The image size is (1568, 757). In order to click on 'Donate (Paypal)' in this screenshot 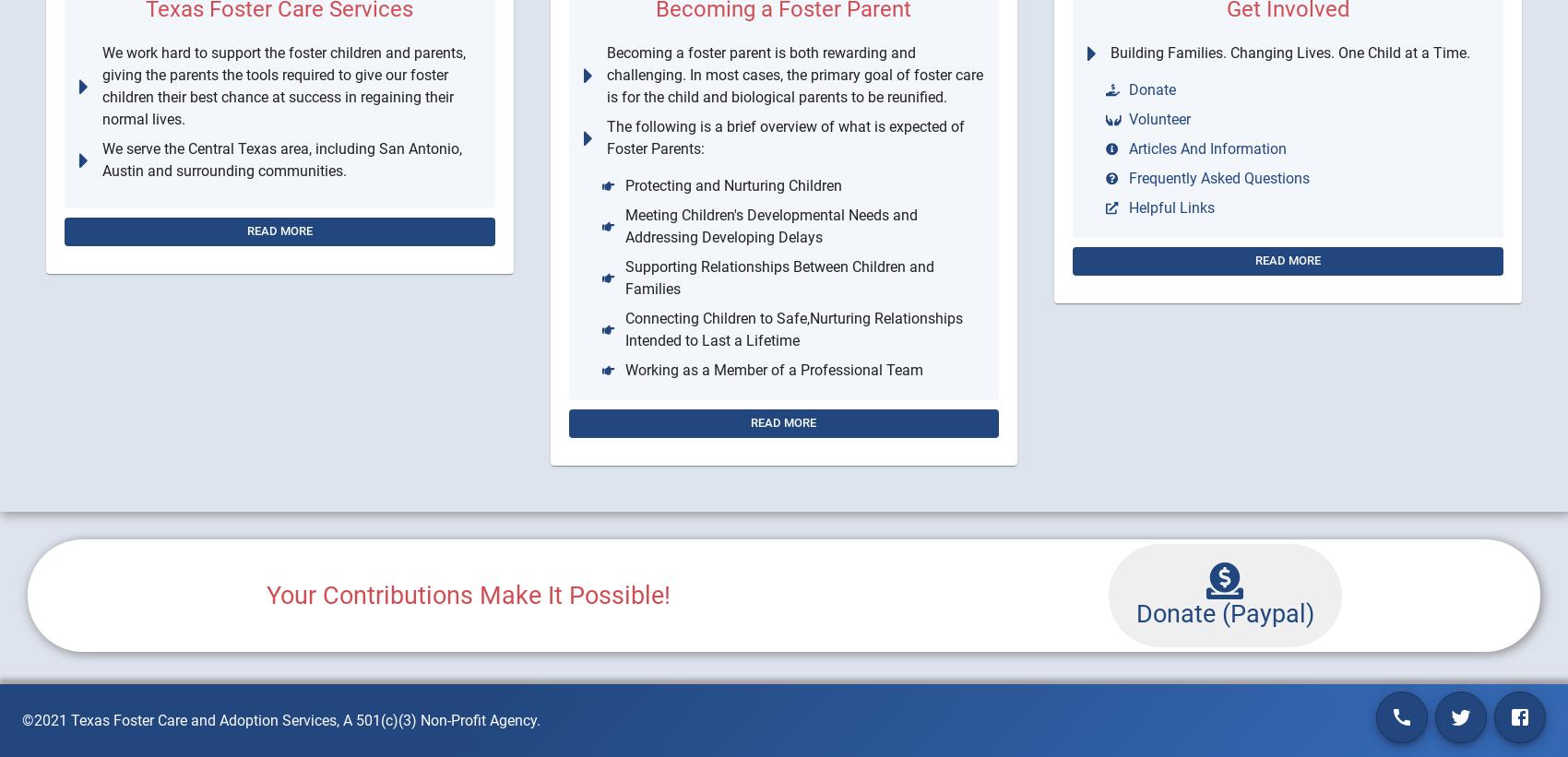, I will do `click(1224, 612)`.